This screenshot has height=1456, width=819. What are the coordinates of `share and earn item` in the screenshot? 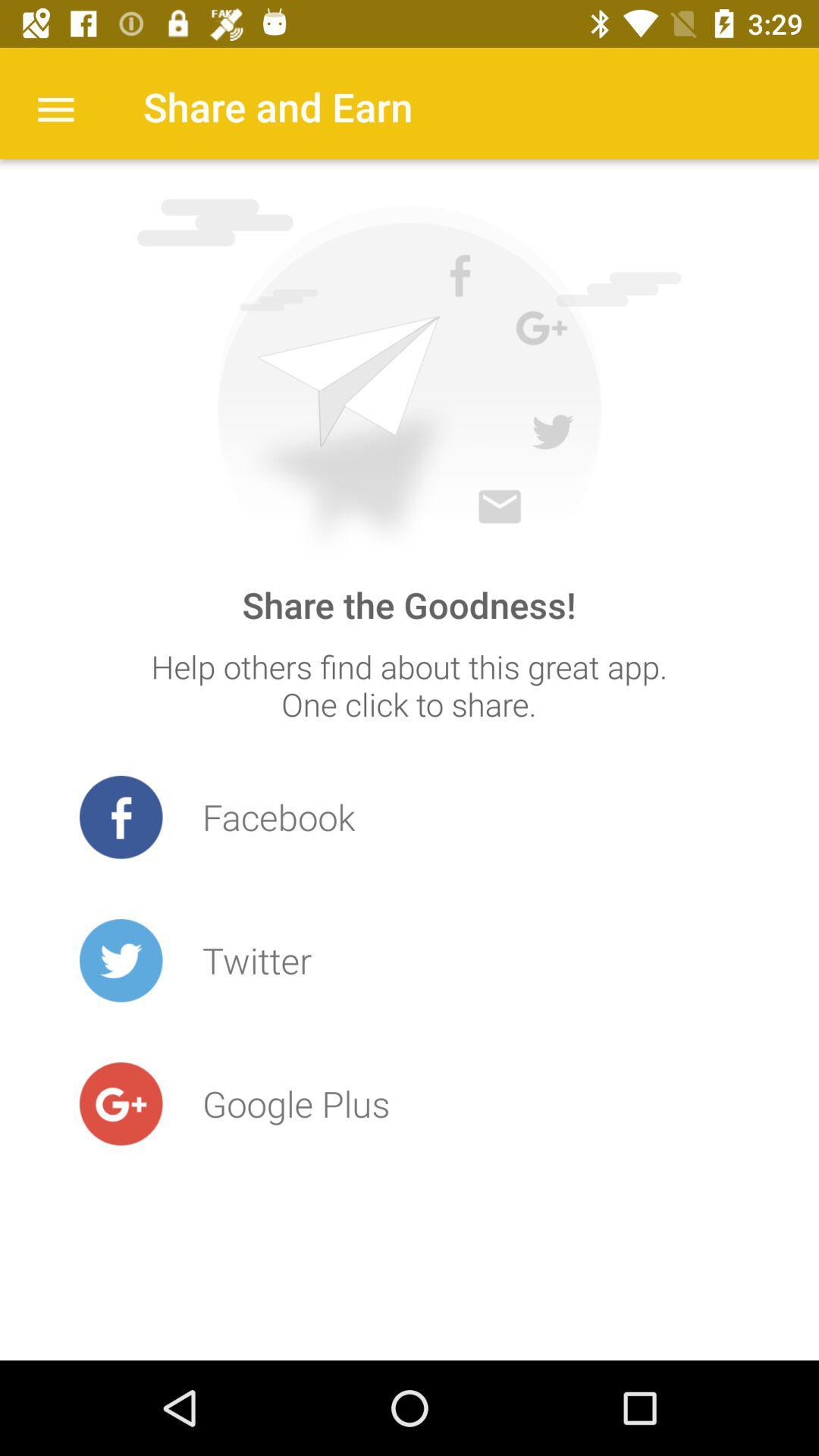 It's located at (278, 105).